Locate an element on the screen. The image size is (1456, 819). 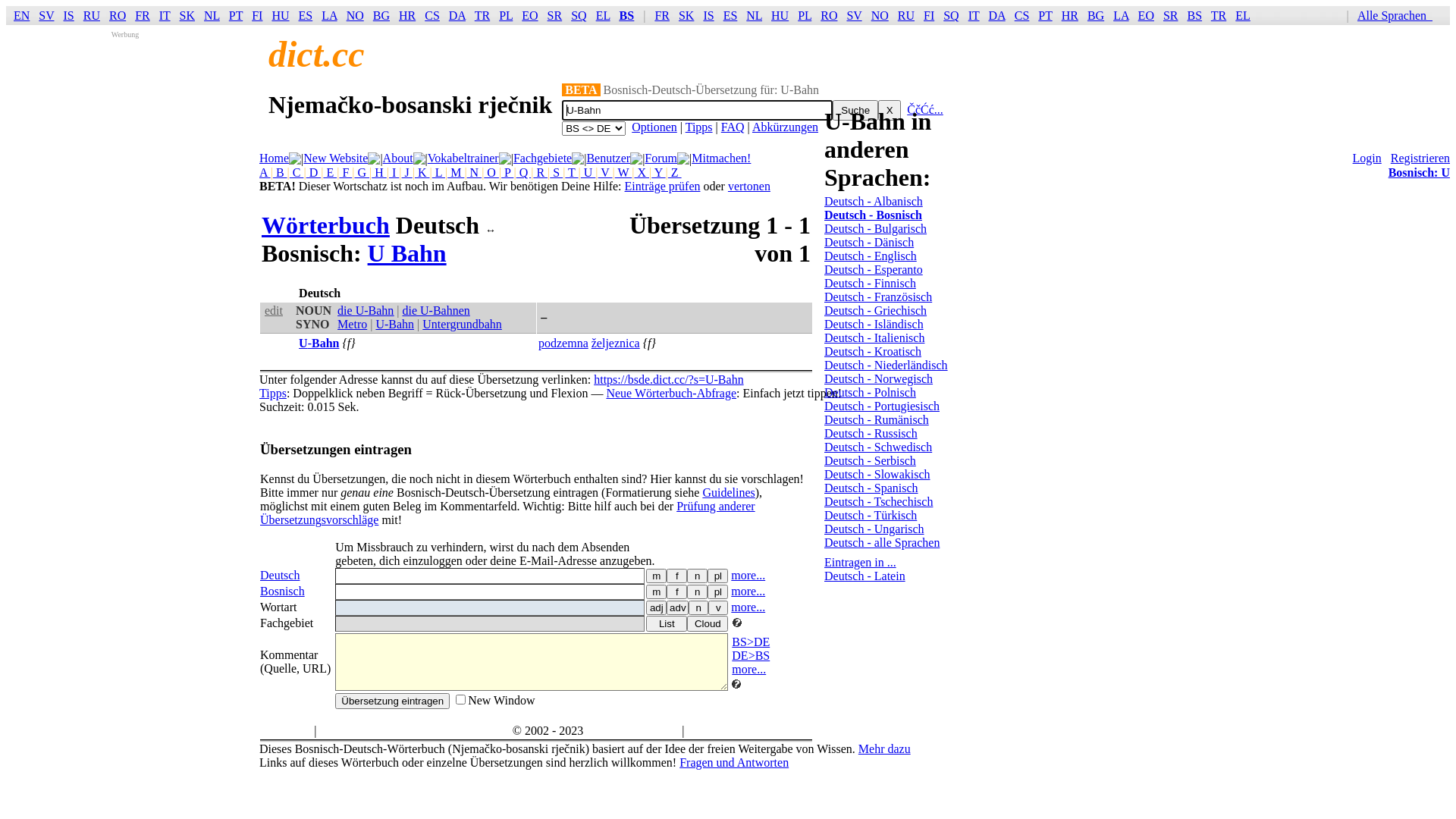
'Deutsch - Tschechisch' is located at coordinates (878, 501).